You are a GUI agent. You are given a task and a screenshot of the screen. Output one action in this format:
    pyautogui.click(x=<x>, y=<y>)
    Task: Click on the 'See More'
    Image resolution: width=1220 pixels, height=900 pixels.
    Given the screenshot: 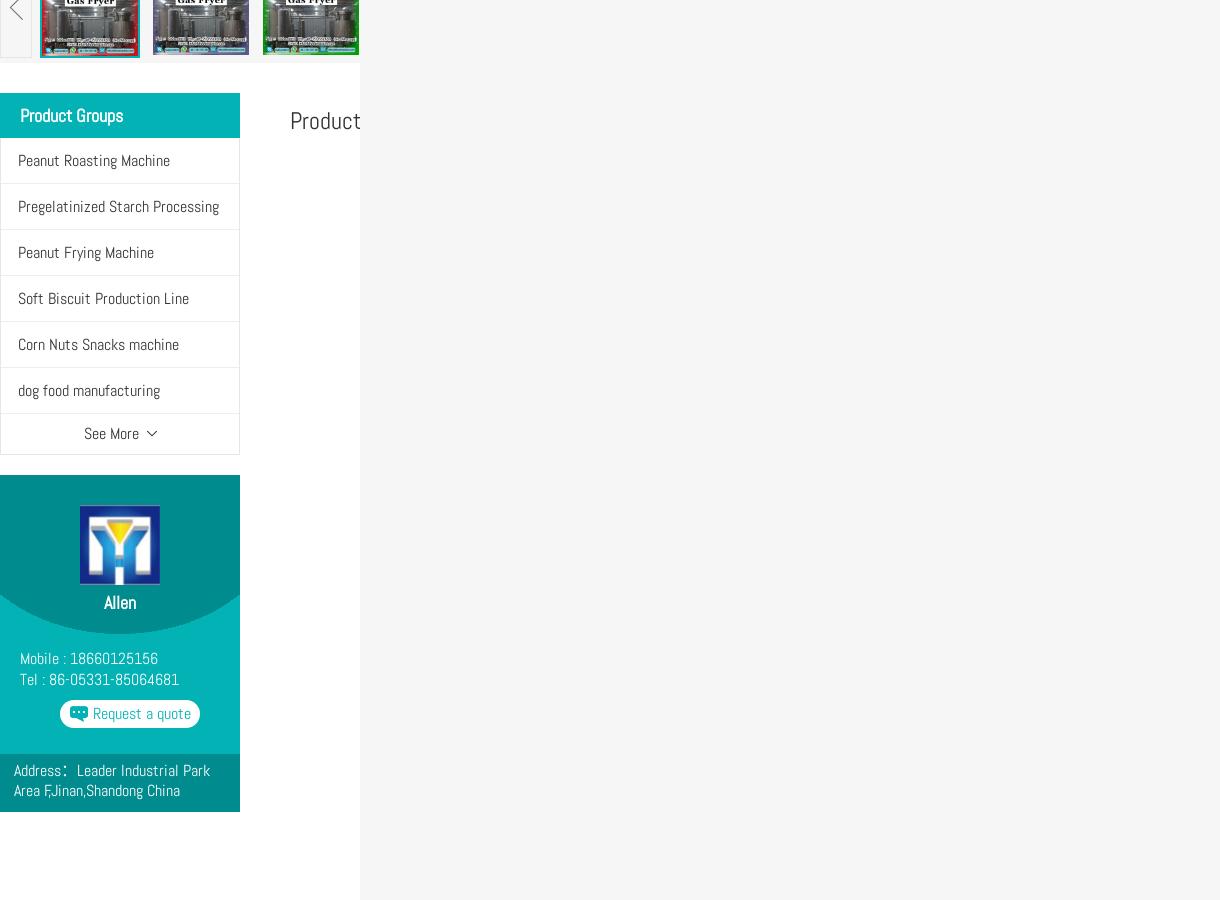 What is the action you would take?
    pyautogui.click(x=110, y=433)
    